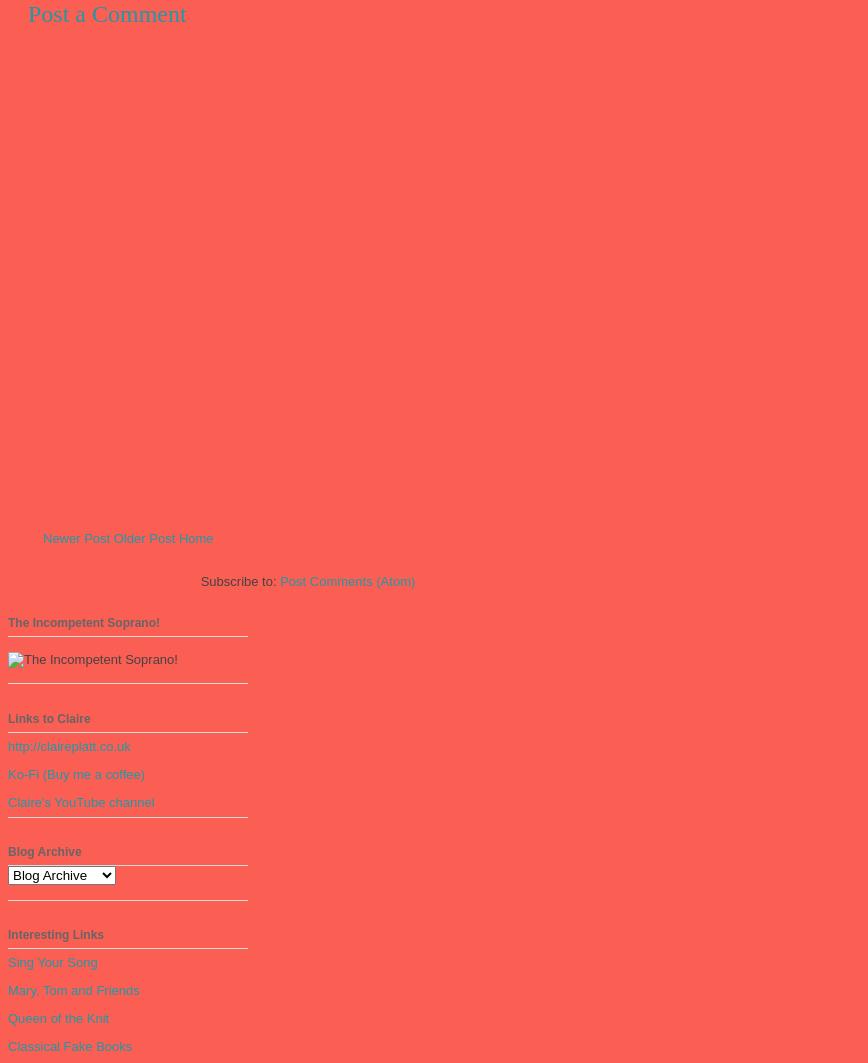 This screenshot has width=868, height=1063. What do you see at coordinates (7, 622) in the screenshot?
I see `'The Incompetent Soprano!'` at bounding box center [7, 622].